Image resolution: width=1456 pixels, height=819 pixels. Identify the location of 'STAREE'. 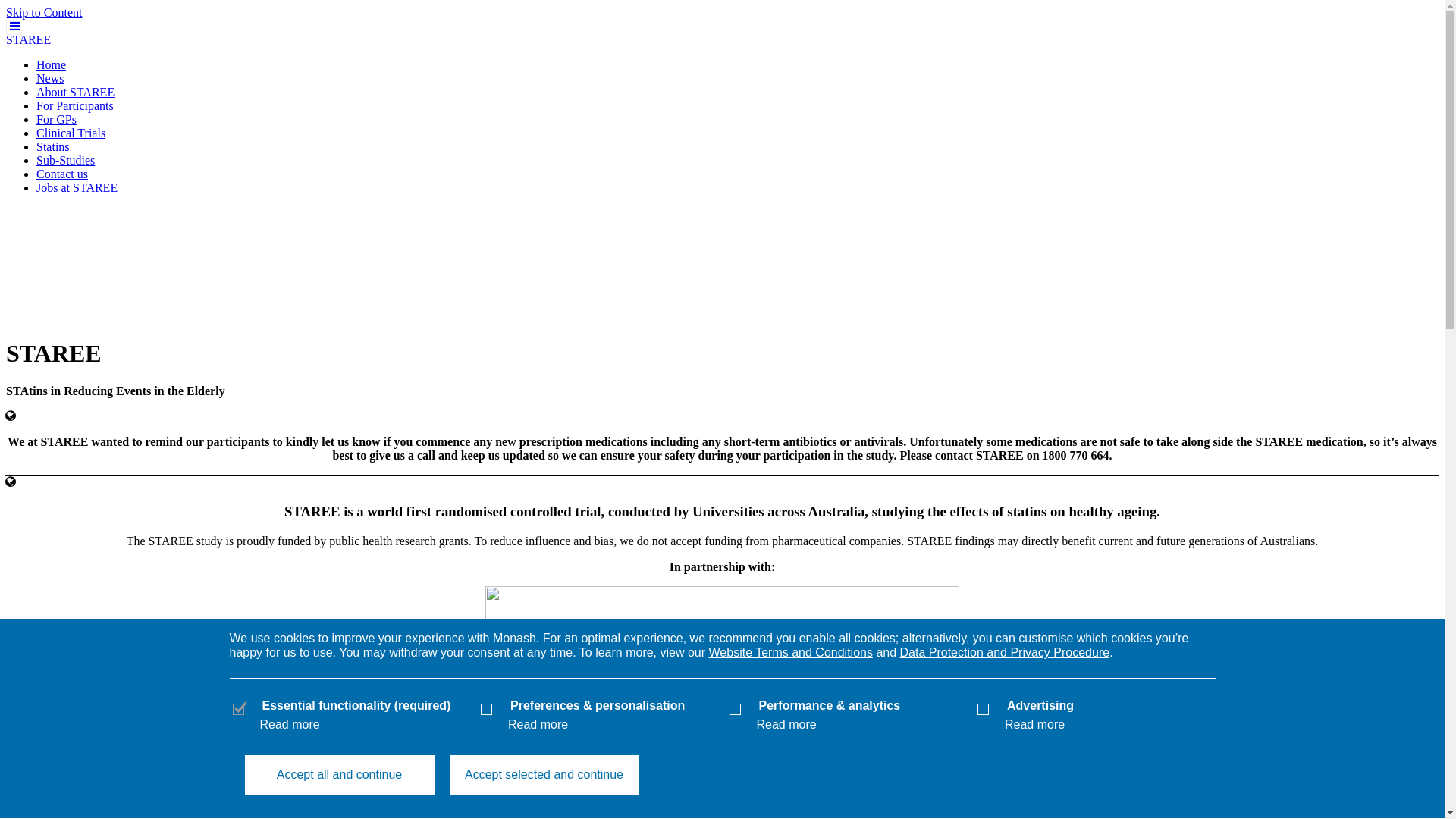
(28, 39).